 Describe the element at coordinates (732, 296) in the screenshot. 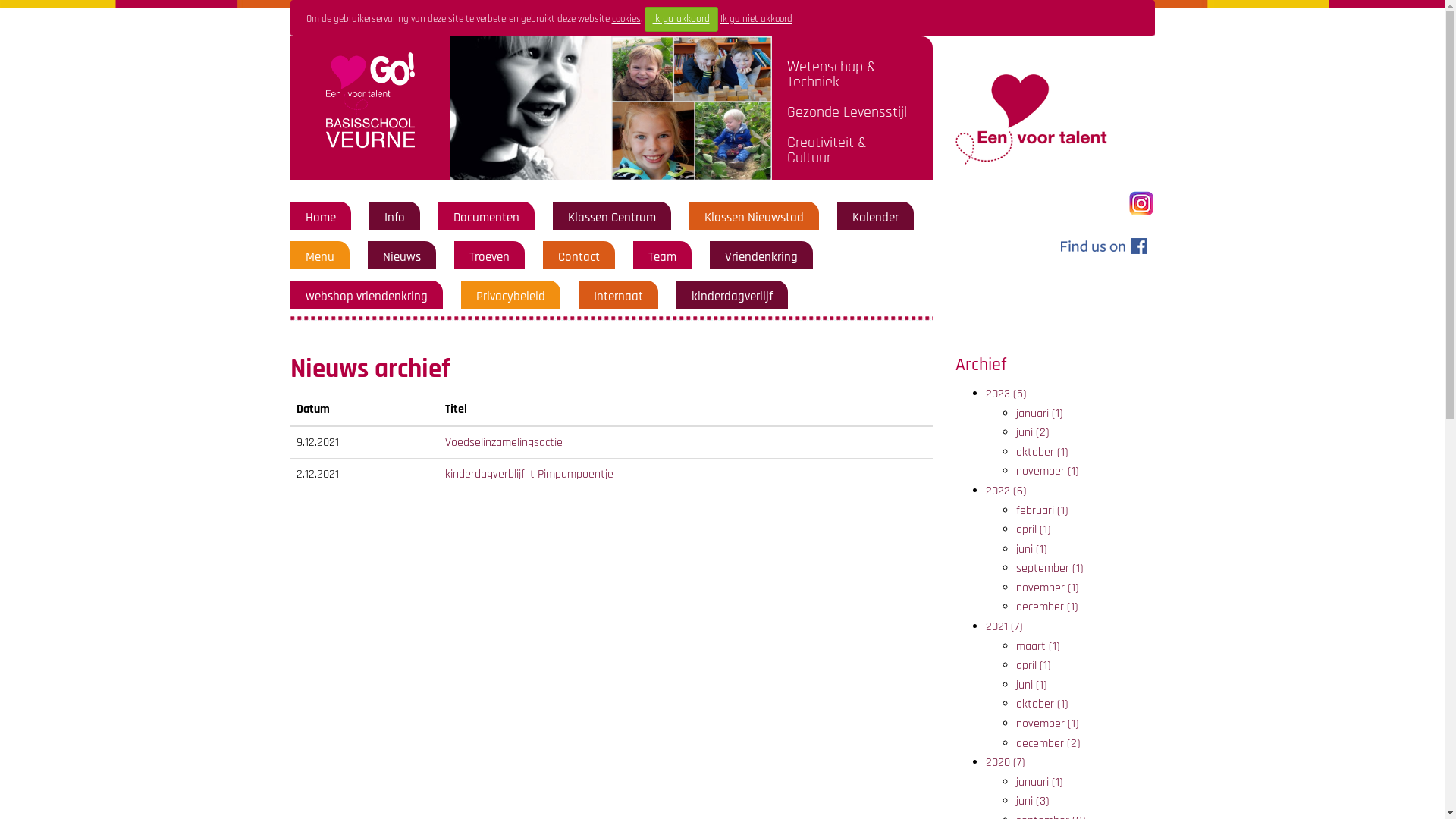

I see `'kinderdagverlijf'` at that location.